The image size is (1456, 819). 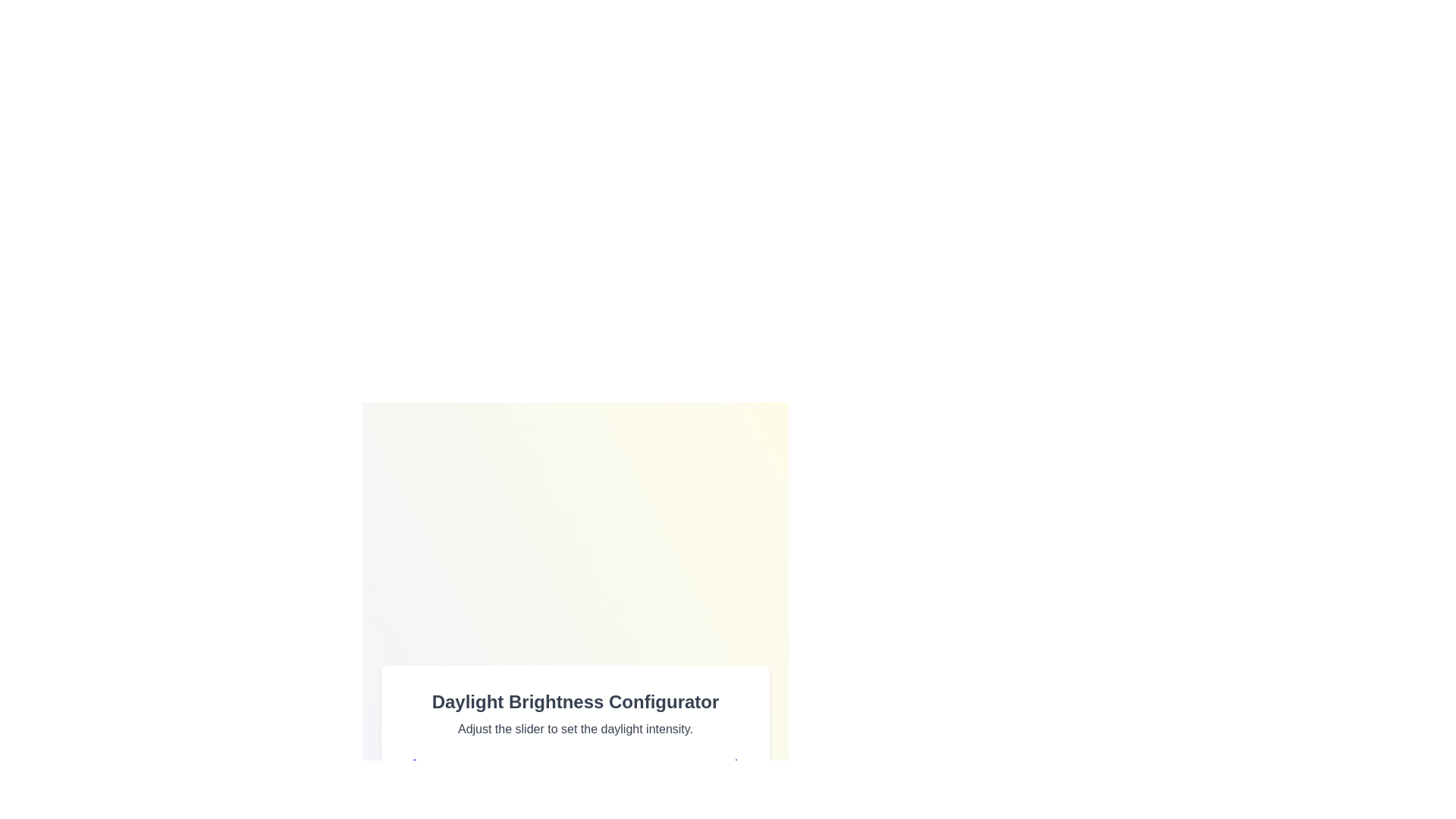 I want to click on the sunrise icon to emphasize it visually, so click(x=415, y=767).